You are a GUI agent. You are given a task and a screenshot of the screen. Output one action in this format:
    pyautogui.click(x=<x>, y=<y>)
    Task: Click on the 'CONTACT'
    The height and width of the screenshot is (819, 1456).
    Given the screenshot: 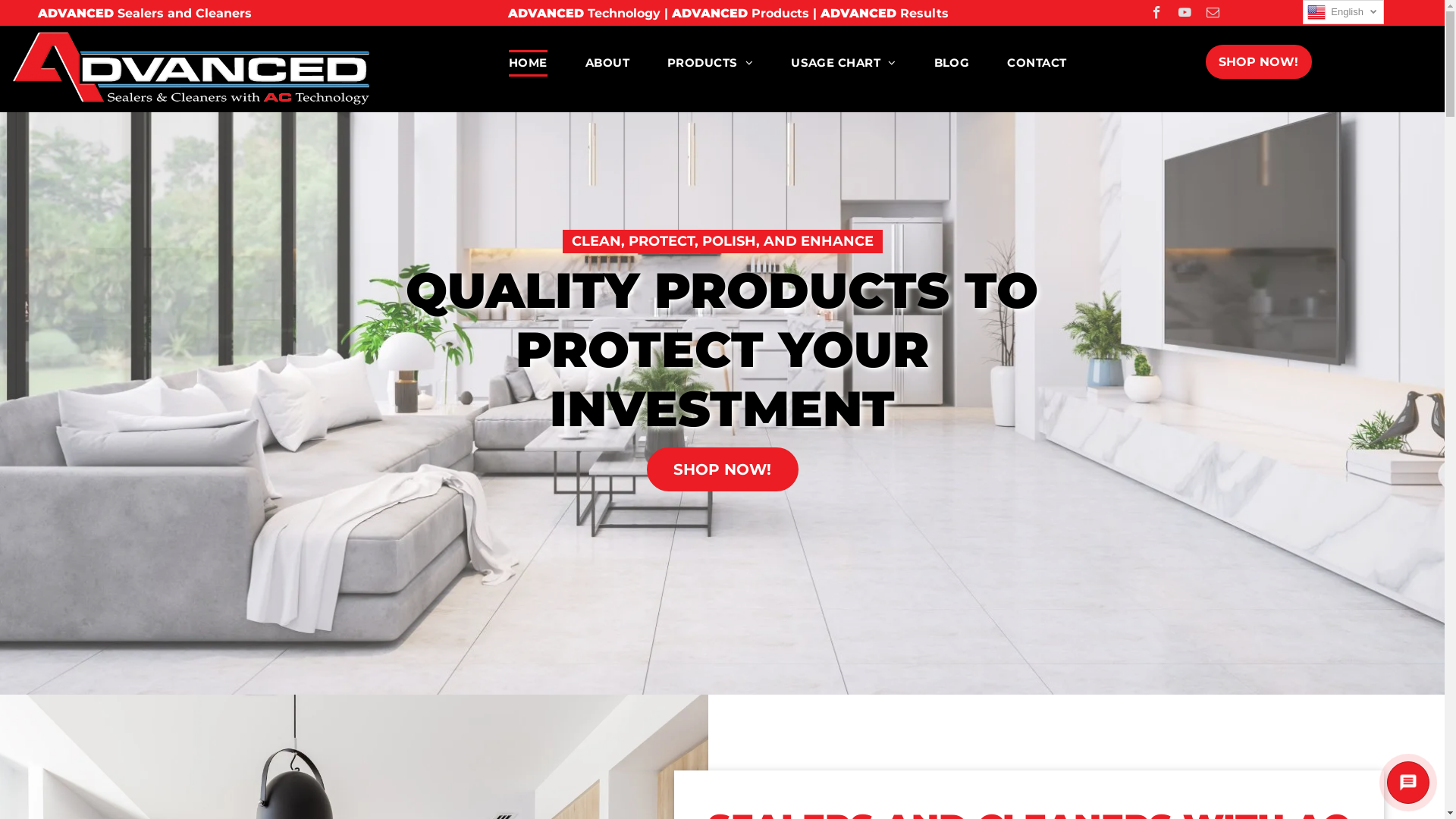 What is the action you would take?
    pyautogui.click(x=1036, y=62)
    